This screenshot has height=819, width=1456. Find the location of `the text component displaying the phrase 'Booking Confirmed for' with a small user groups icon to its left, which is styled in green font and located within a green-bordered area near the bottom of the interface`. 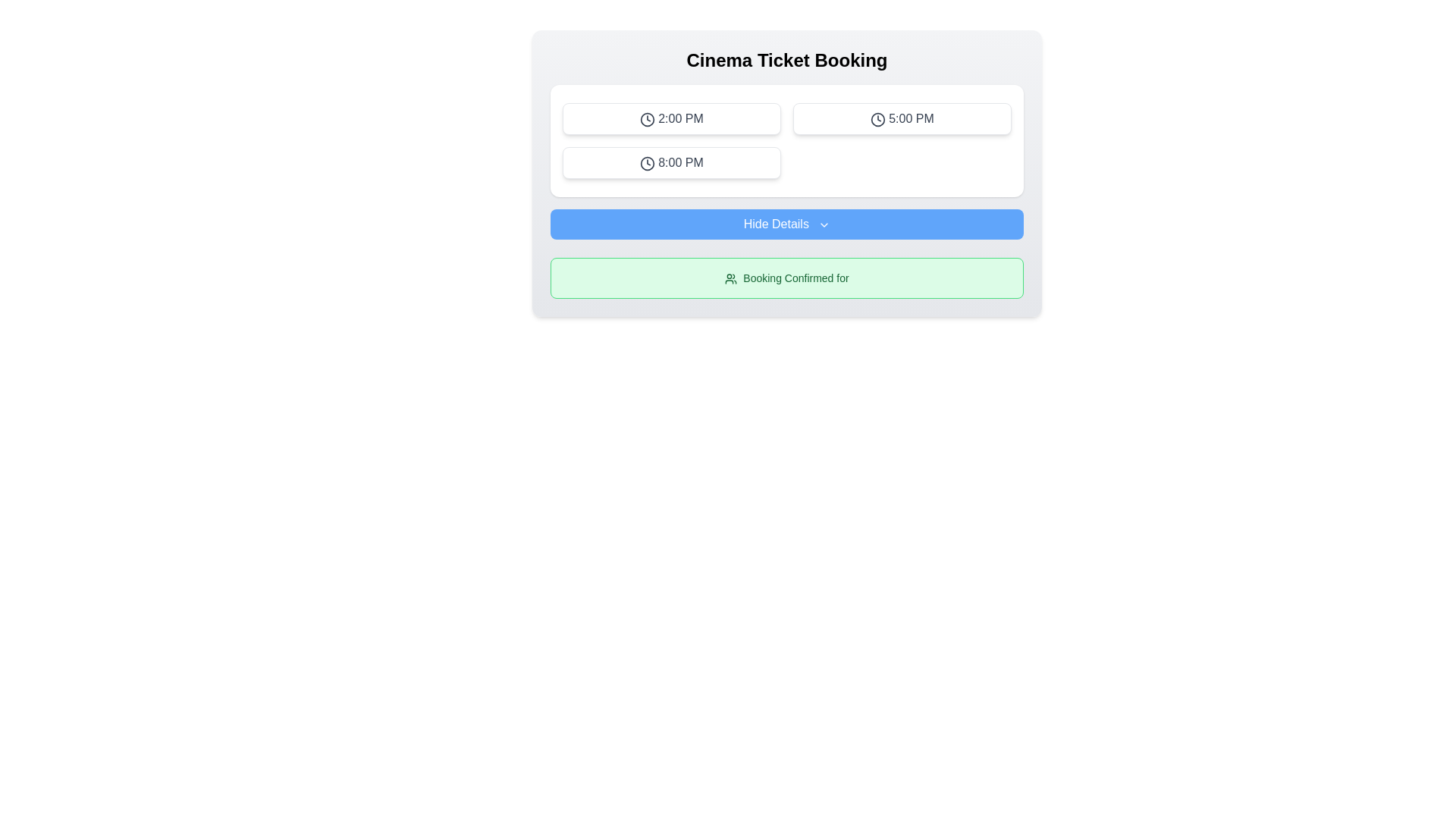

the text component displaying the phrase 'Booking Confirmed for' with a small user groups icon to its left, which is styled in green font and located within a green-bordered area near the bottom of the interface is located at coordinates (786, 278).